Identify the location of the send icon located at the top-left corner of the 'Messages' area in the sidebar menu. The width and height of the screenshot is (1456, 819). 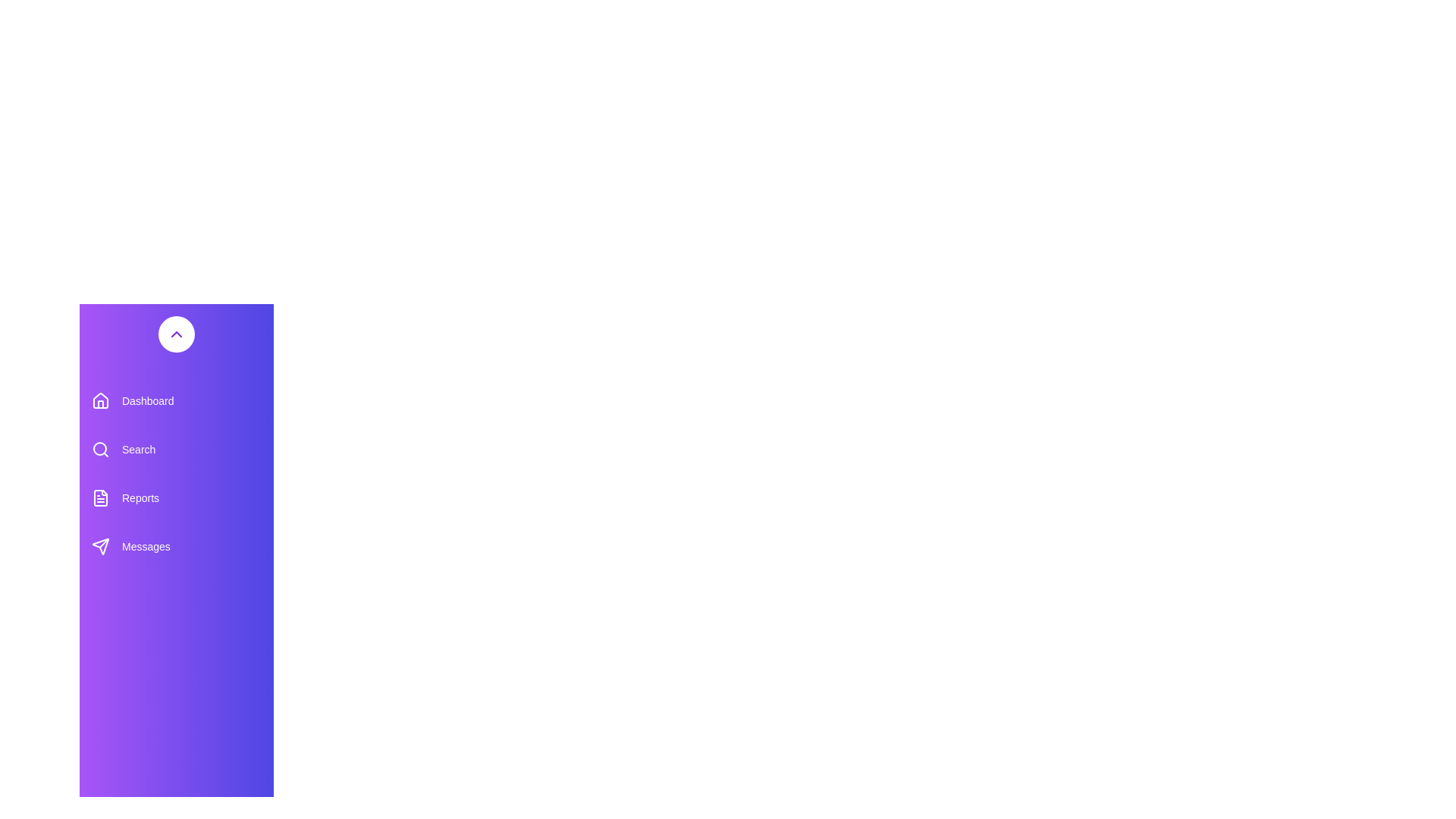
(100, 547).